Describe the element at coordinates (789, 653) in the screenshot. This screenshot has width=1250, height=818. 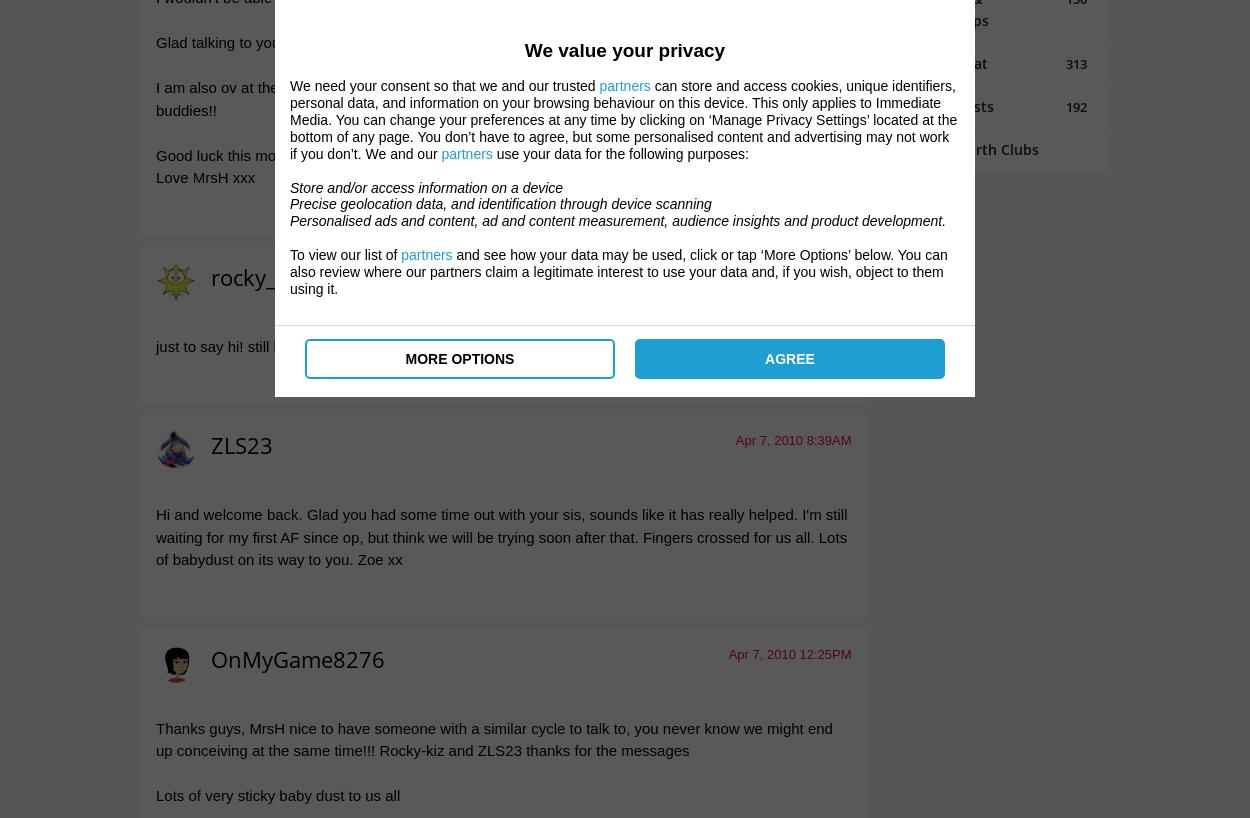
I see `'Apr 7, 2010 12:25PM'` at that location.